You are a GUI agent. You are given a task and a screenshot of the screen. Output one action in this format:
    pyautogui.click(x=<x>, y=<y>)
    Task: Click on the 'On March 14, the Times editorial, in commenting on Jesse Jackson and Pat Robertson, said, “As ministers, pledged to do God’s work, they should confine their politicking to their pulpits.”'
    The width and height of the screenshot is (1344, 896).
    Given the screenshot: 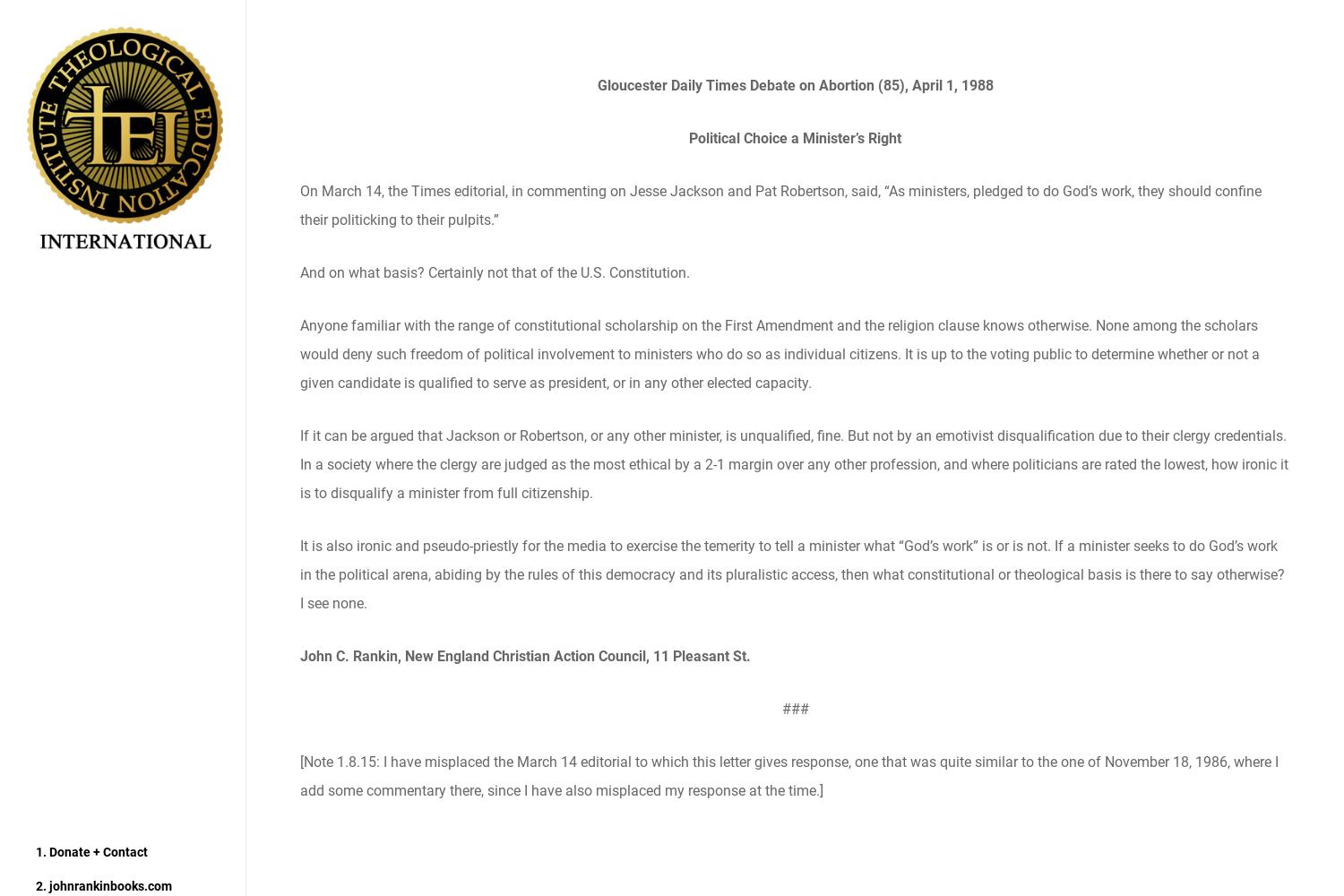 What is the action you would take?
    pyautogui.click(x=780, y=204)
    